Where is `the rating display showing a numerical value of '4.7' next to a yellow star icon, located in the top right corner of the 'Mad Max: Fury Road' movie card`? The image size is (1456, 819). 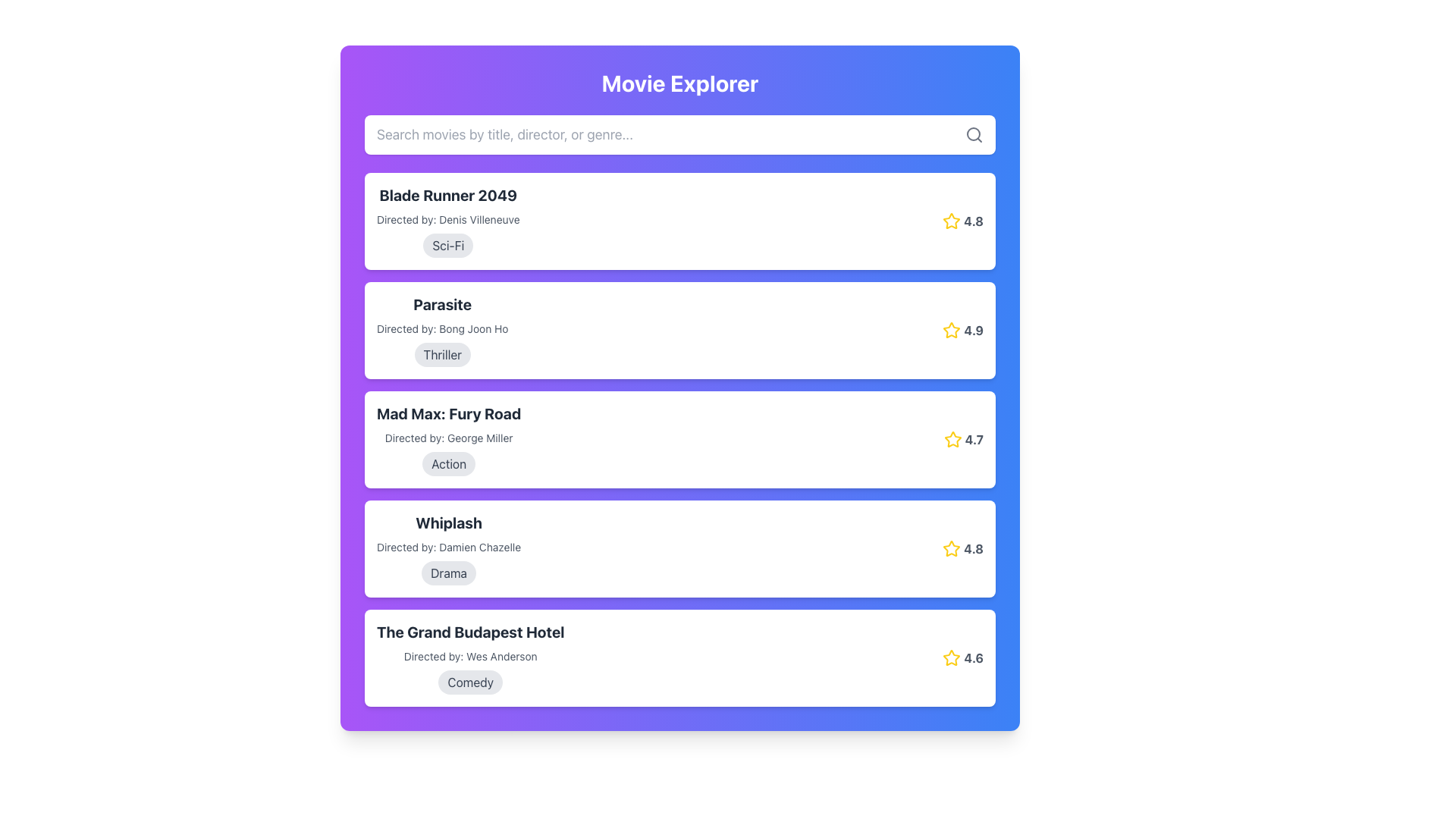
the rating display showing a numerical value of '4.7' next to a yellow star icon, located in the top right corner of the 'Mad Max: Fury Road' movie card is located at coordinates (962, 439).